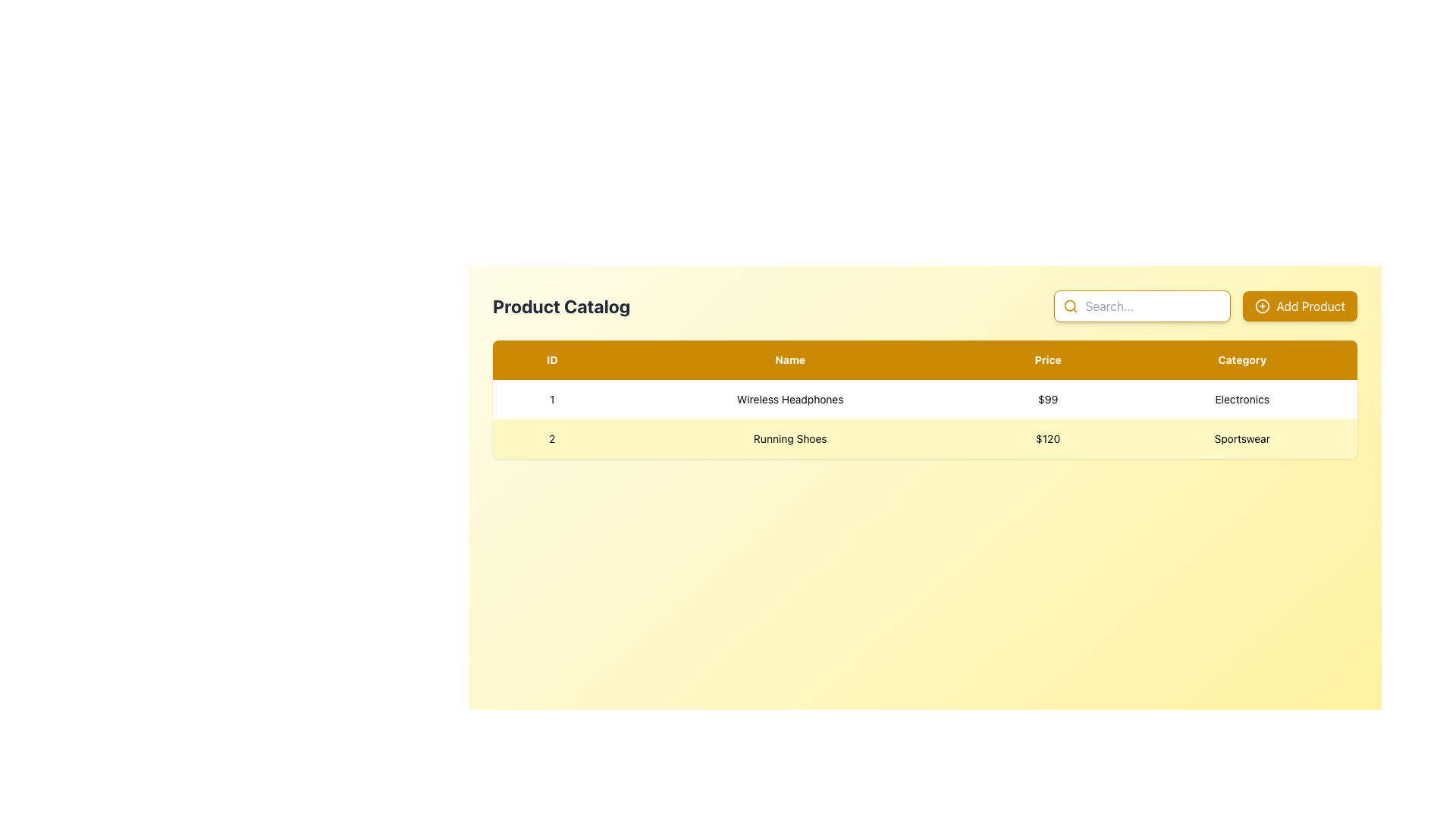  What do you see at coordinates (789, 359) in the screenshot?
I see `the 'Name' label in the header row of the Product Catalog, which is displayed in white text on a golden-yellow background` at bounding box center [789, 359].